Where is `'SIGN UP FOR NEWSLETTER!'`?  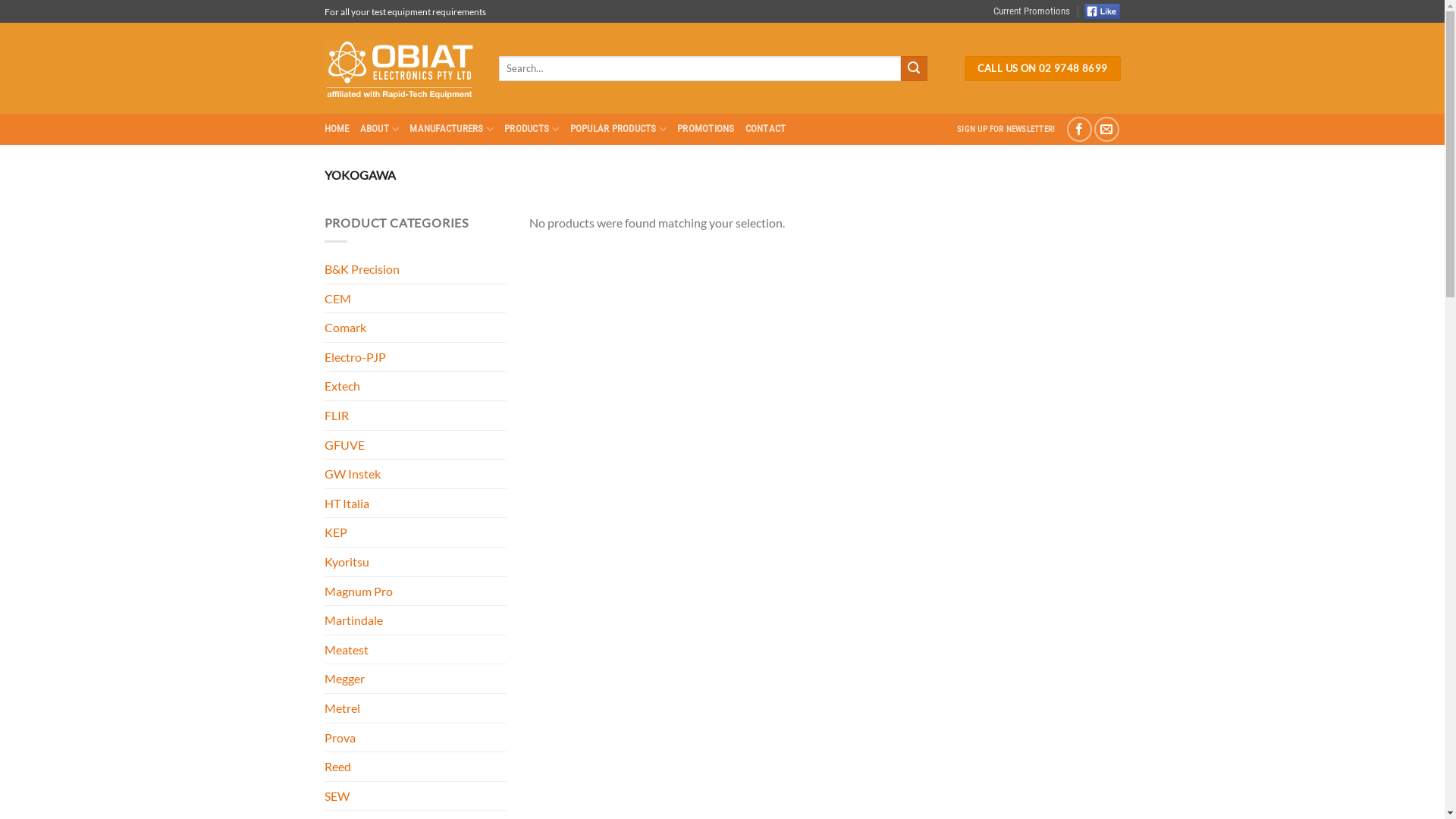 'SIGN UP FOR NEWSLETTER!' is located at coordinates (1006, 128).